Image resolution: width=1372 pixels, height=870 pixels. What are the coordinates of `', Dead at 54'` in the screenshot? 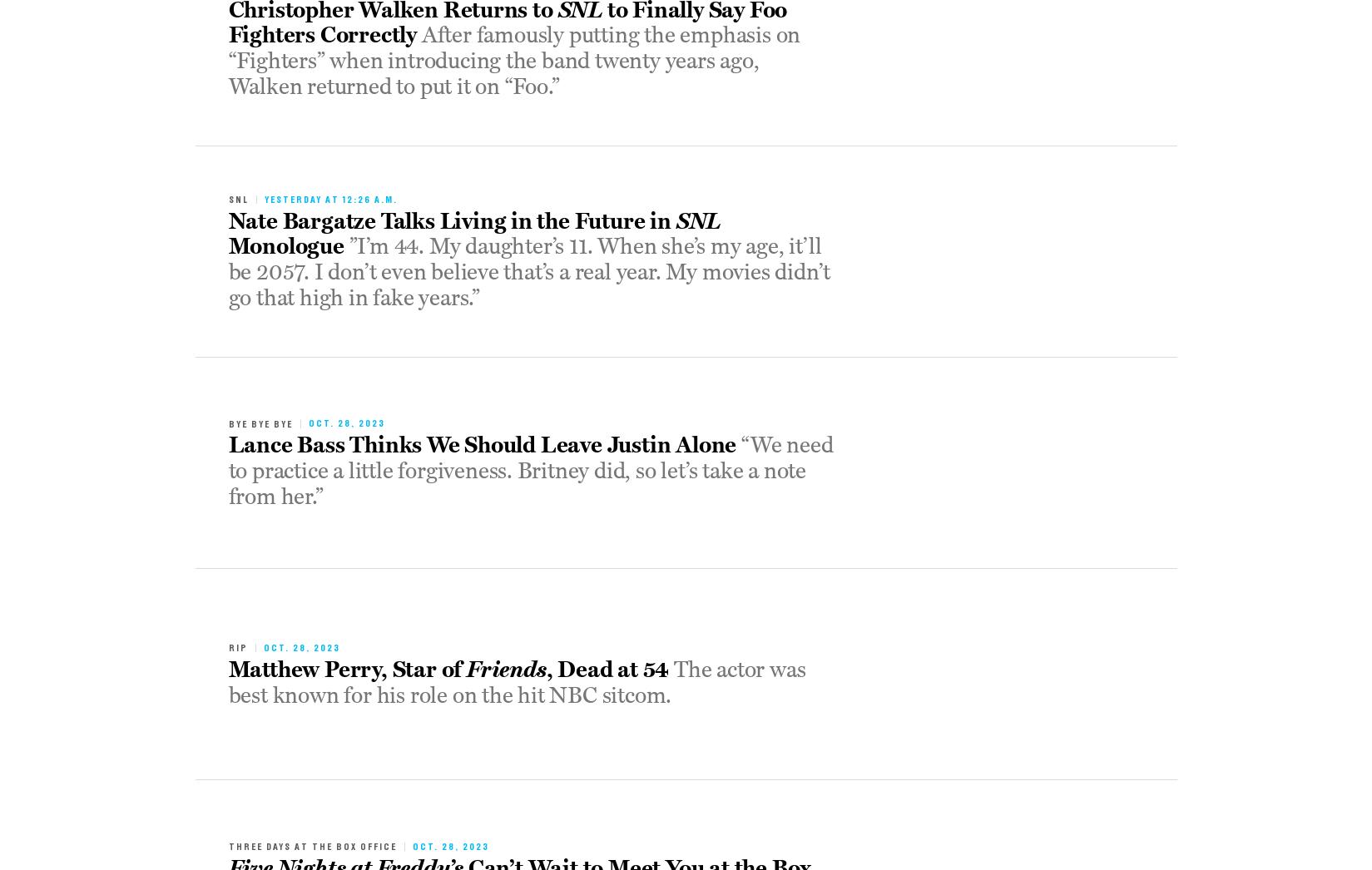 It's located at (545, 669).